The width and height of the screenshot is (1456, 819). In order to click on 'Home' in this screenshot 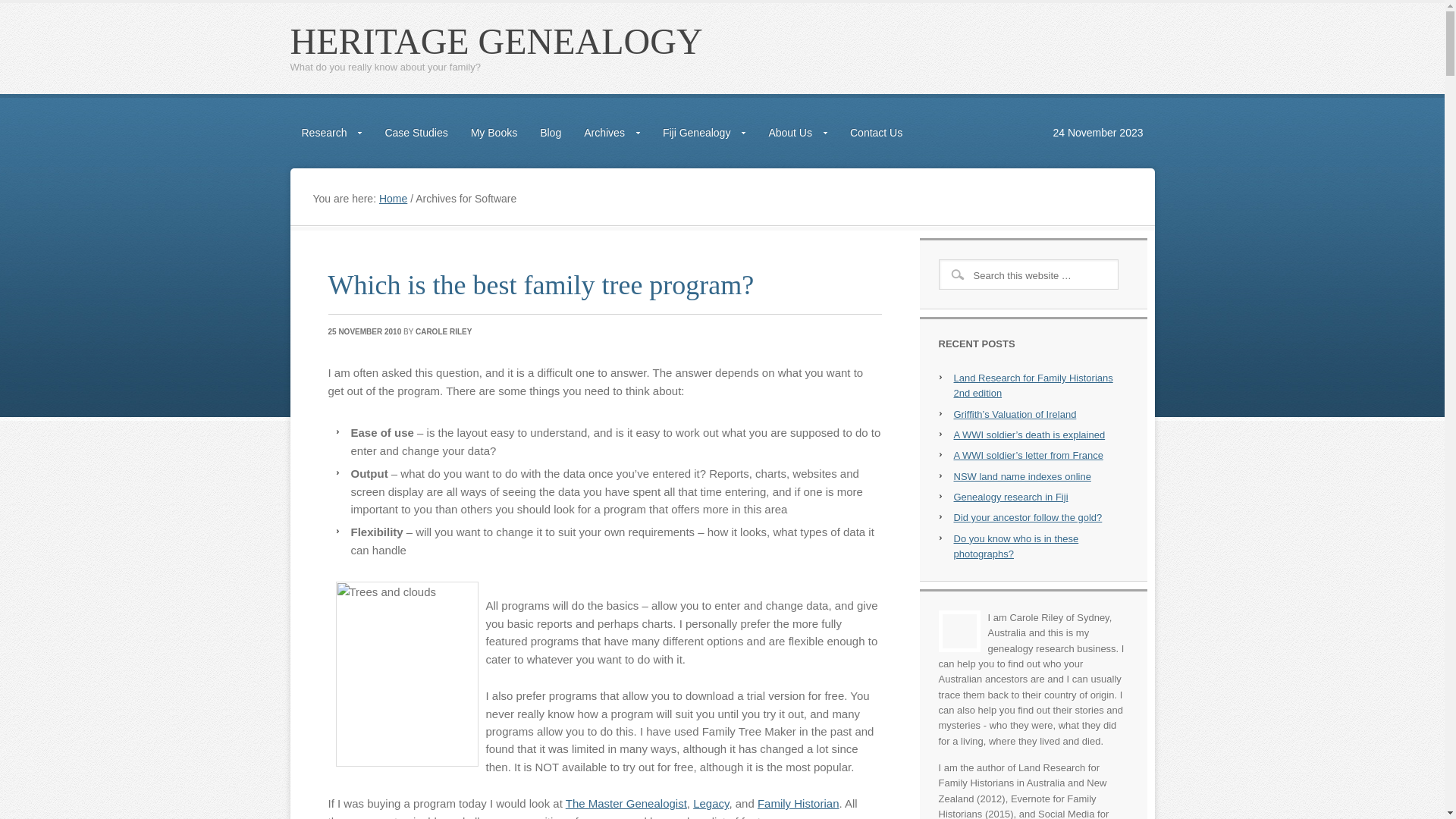, I will do `click(393, 198)`.